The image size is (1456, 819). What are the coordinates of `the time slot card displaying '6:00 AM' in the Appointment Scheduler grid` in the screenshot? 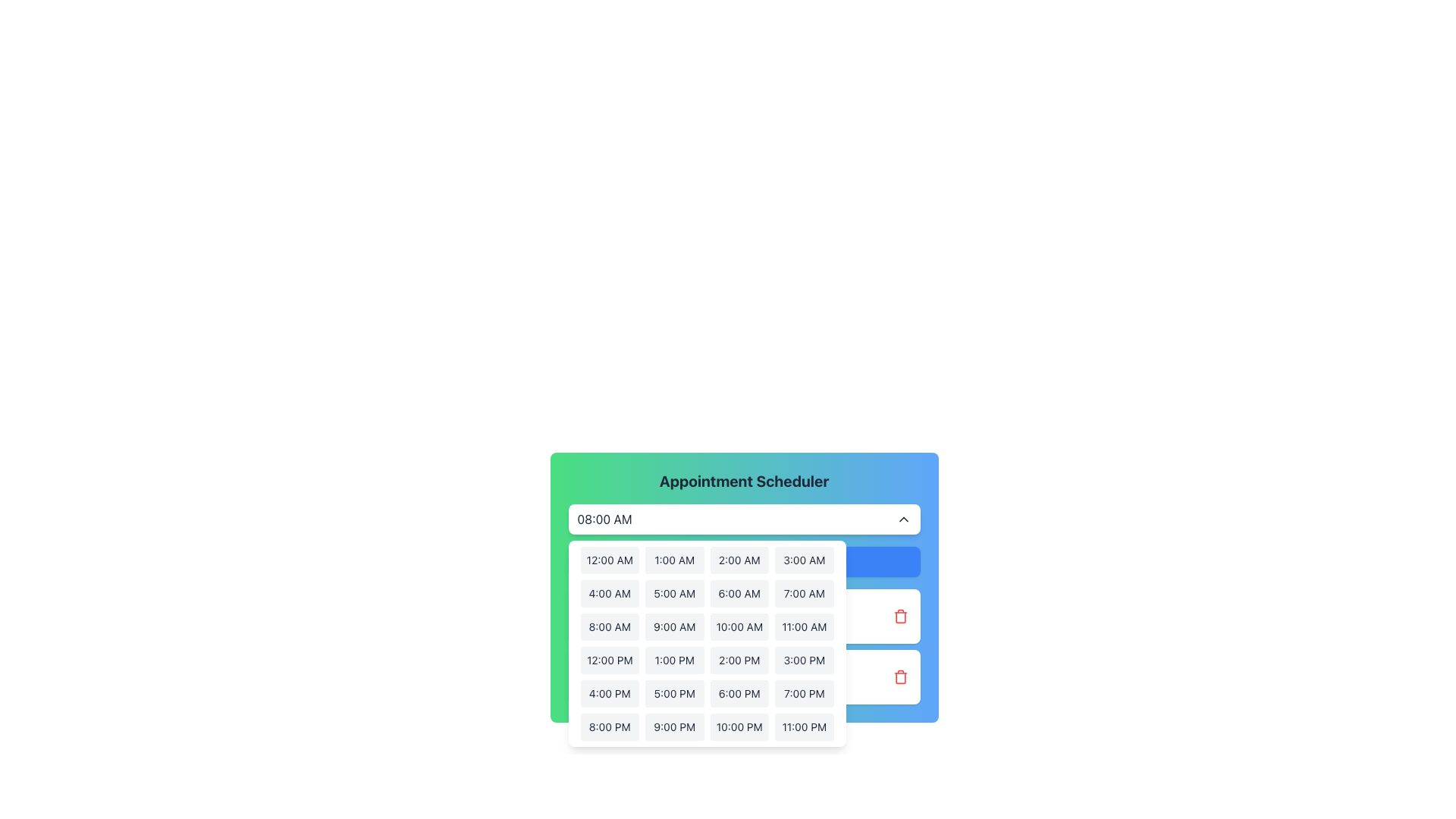 It's located at (744, 587).